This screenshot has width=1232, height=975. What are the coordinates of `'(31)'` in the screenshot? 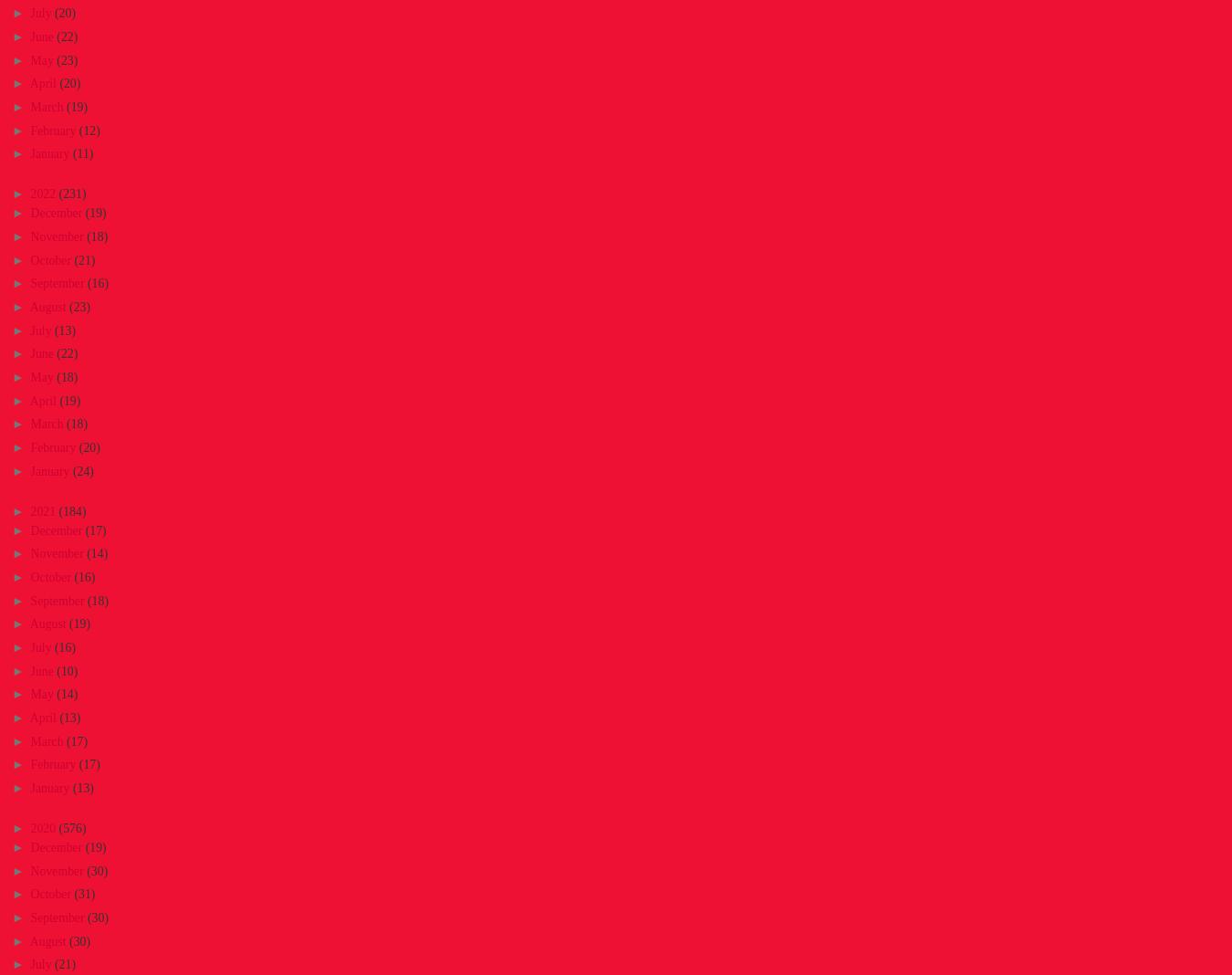 It's located at (73, 894).